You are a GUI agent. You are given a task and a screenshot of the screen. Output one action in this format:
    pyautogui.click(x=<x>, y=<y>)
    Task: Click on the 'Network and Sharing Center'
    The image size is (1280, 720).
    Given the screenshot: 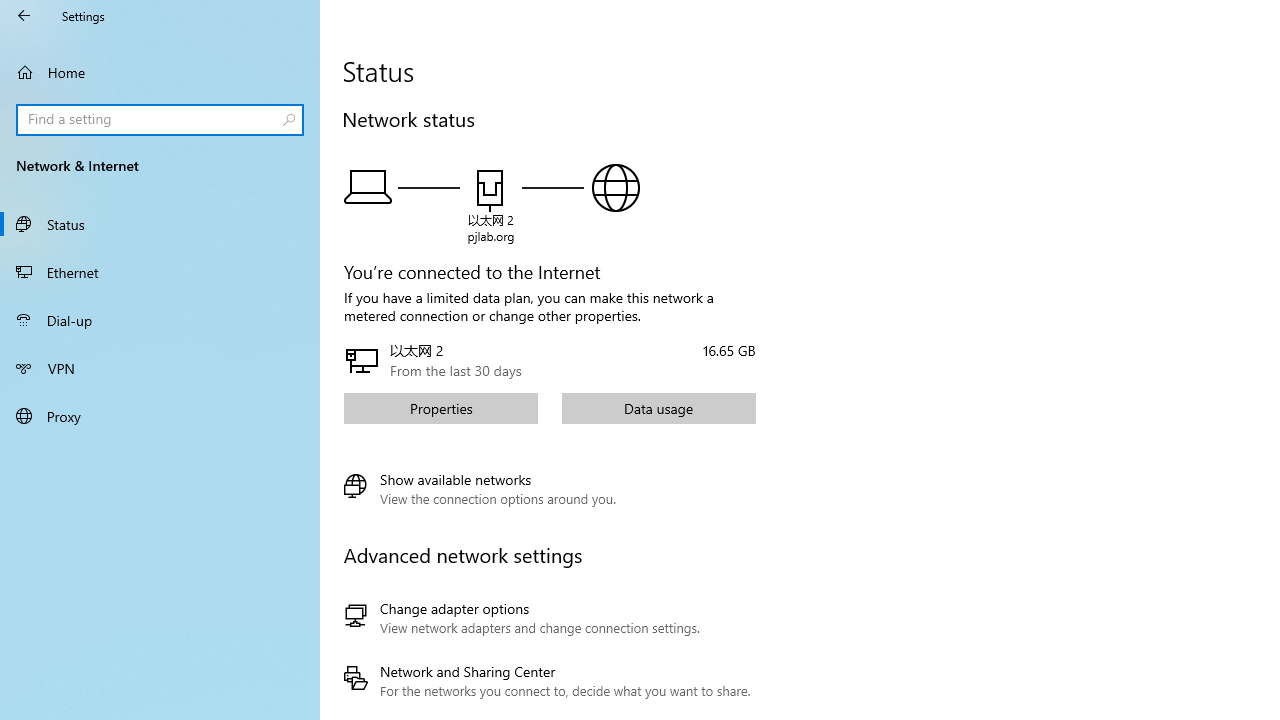 What is the action you would take?
    pyautogui.click(x=547, y=680)
    